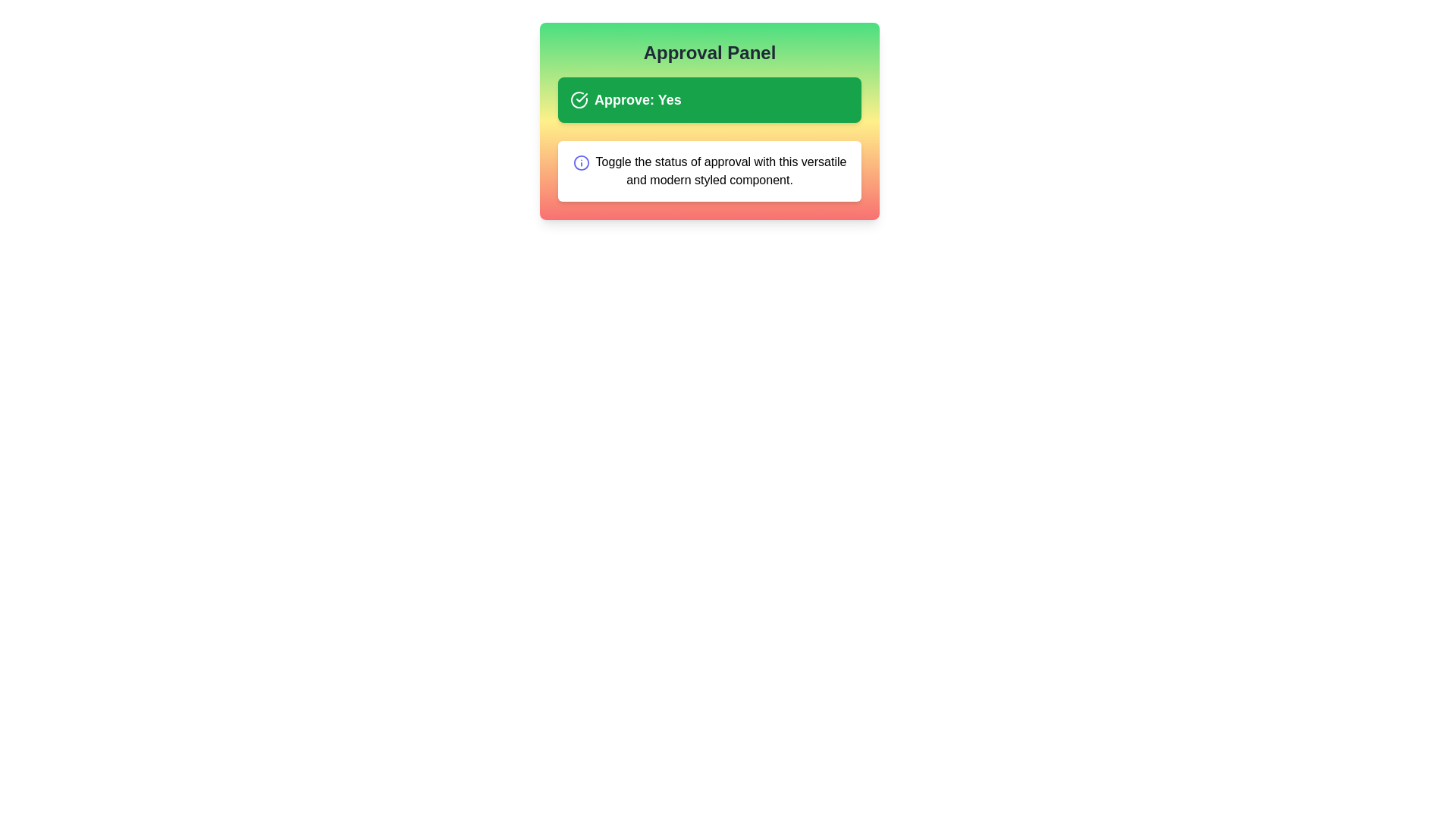 The height and width of the screenshot is (819, 1456). Describe the element at coordinates (580, 162) in the screenshot. I see `the informational icon to display additional information` at that location.